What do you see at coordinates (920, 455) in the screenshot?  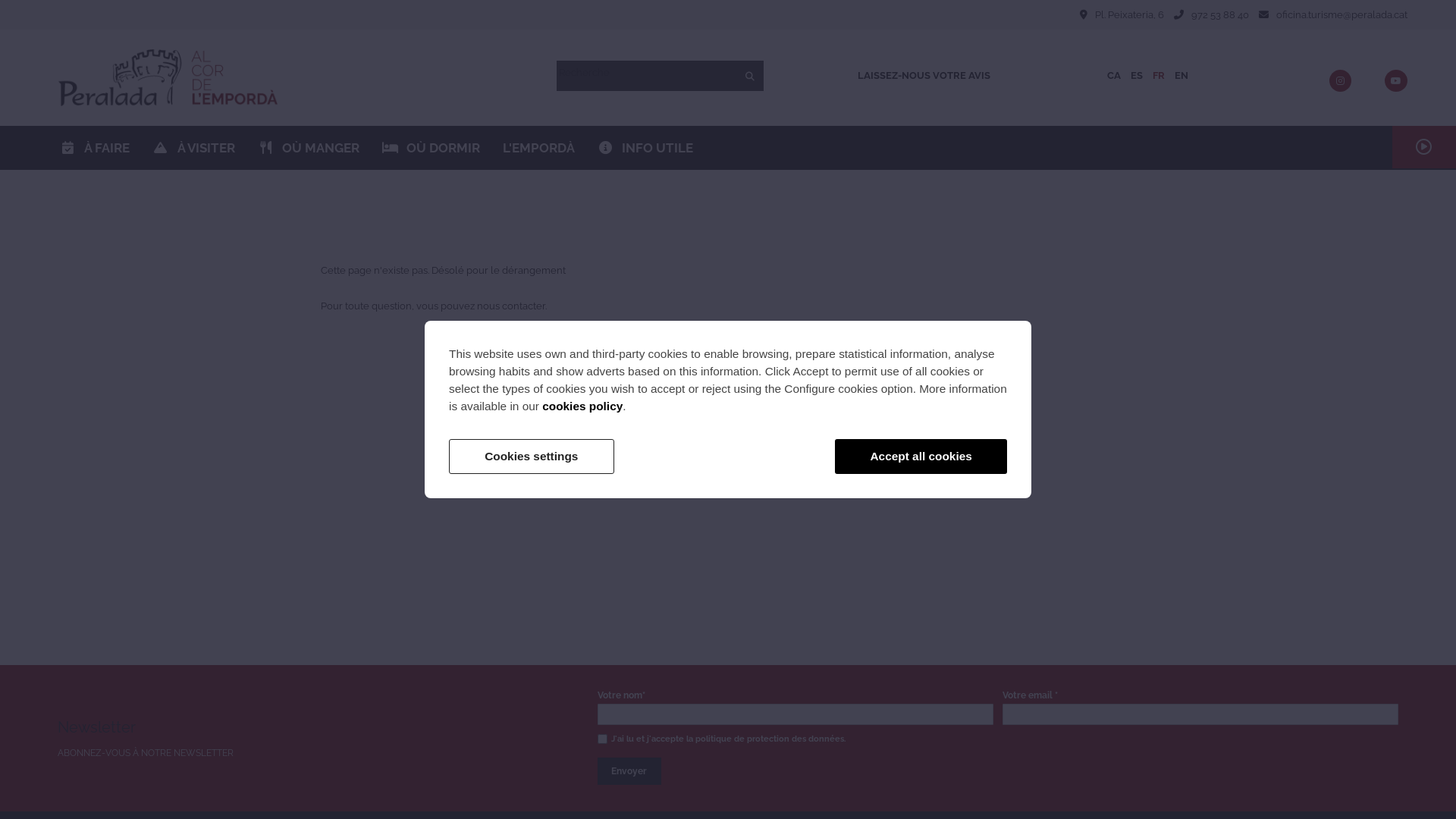 I see `'Accept all cookies'` at bounding box center [920, 455].